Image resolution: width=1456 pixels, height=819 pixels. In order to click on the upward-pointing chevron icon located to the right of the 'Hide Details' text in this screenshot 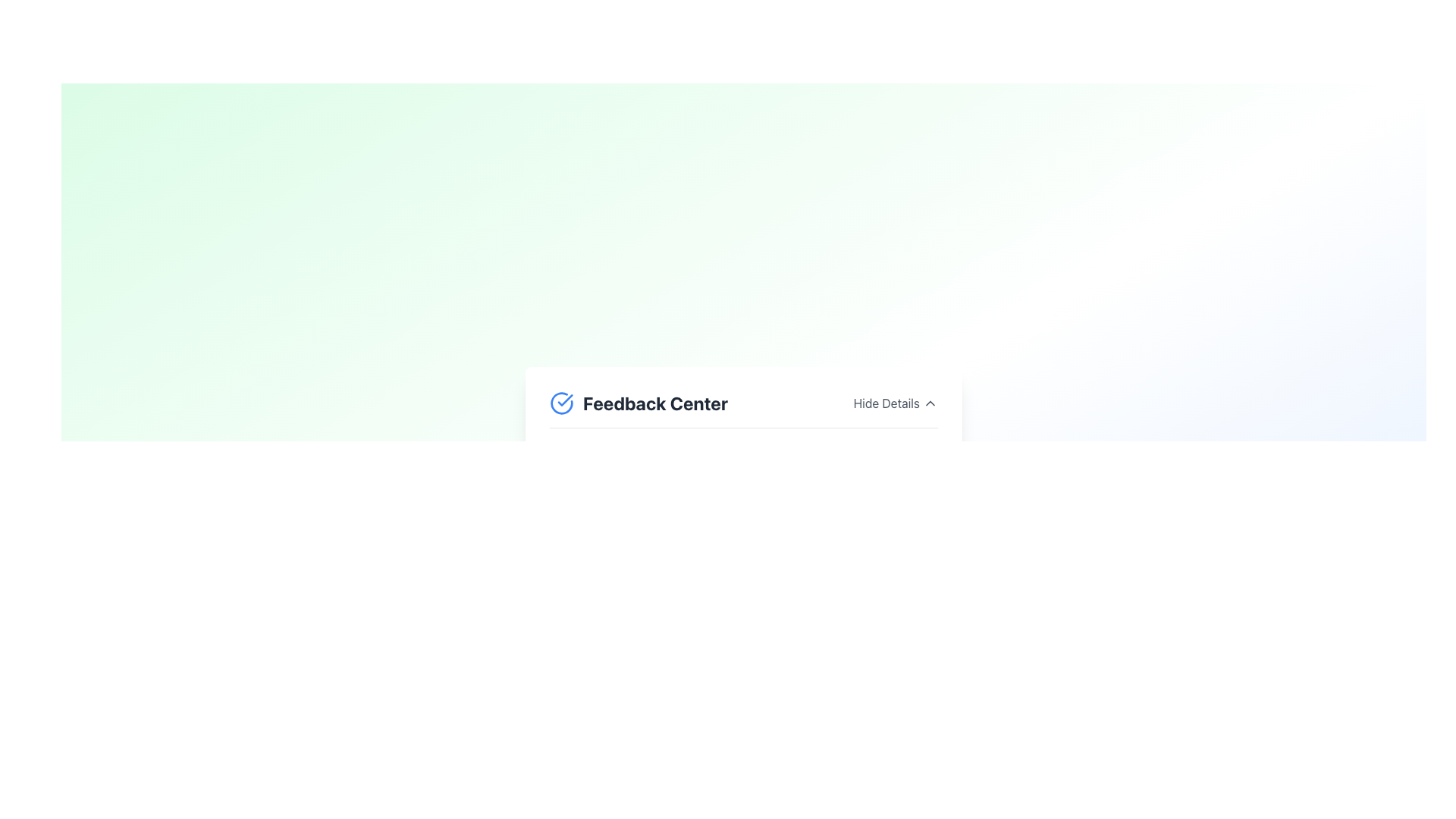, I will do `click(930, 402)`.